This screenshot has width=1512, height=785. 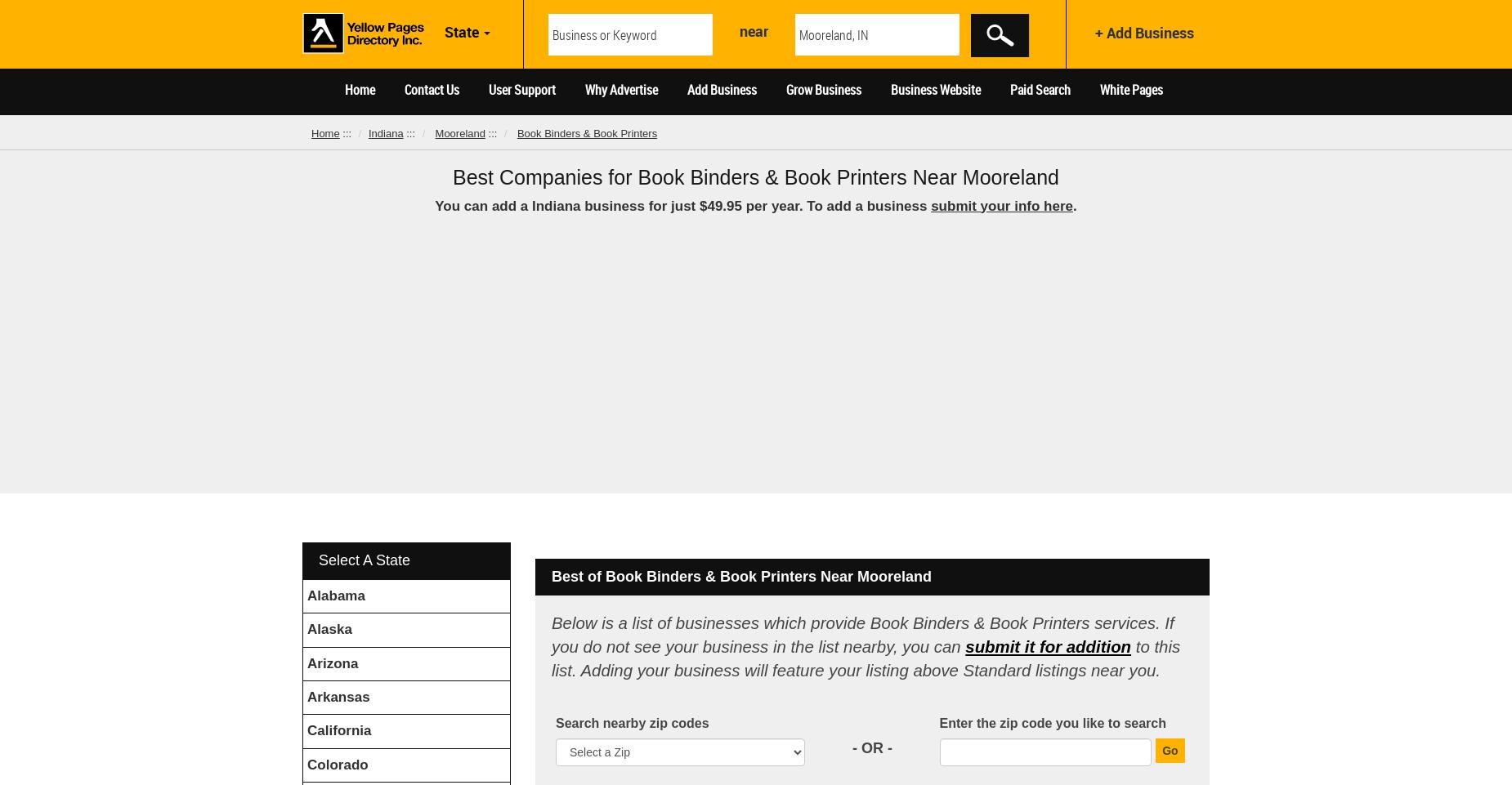 I want to click on 'Below is a list of businesses which provide Book Binders & Book Printers services. If you do not see your business in the list nearby, you can', so click(x=861, y=634).